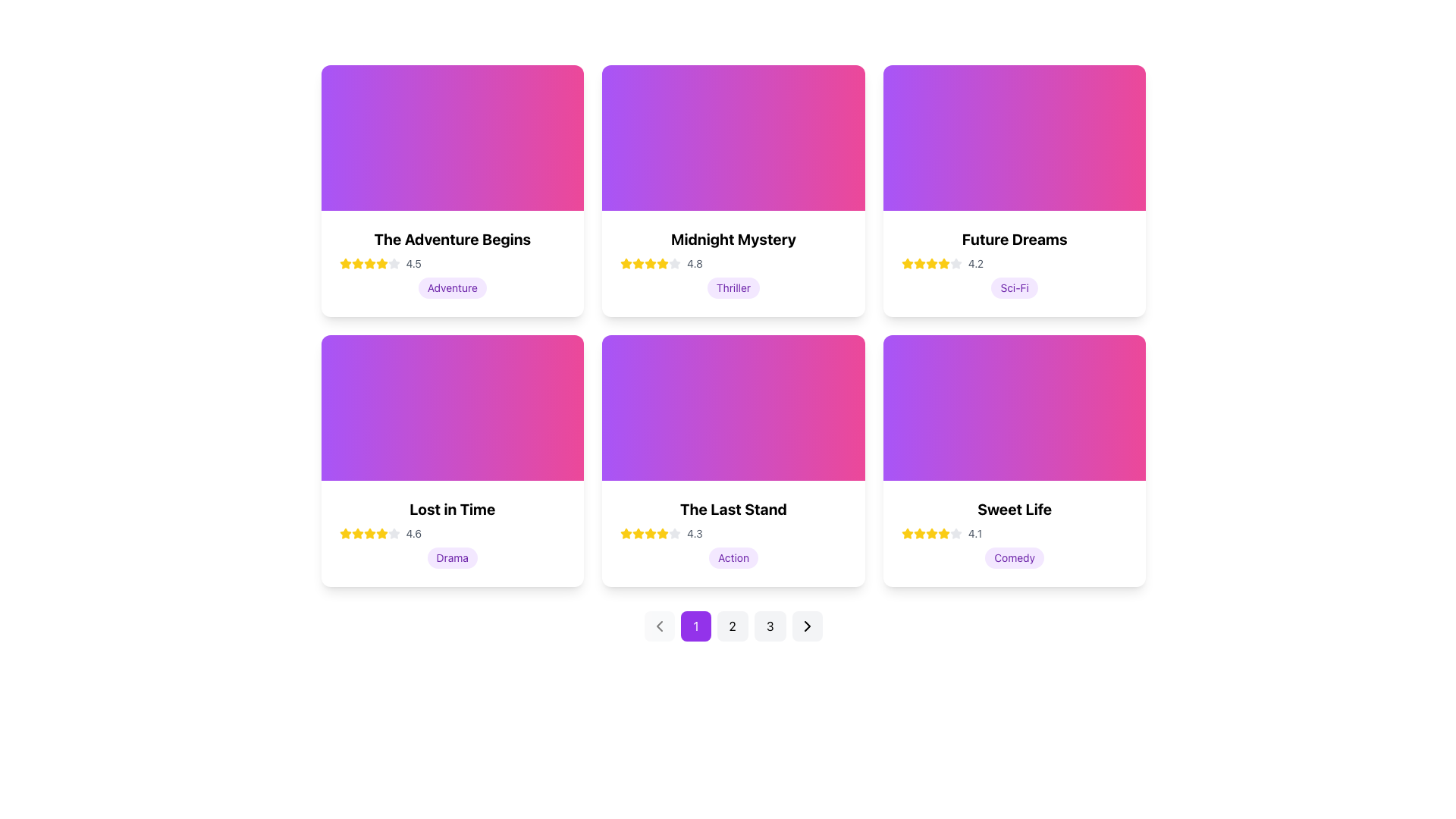 This screenshot has height=819, width=1456. I want to click on the label that displays the numerical rating of the movie 'Sweet Life', which is located beneath the card and adjacent to the last star icon in the rating sequence, so click(975, 533).